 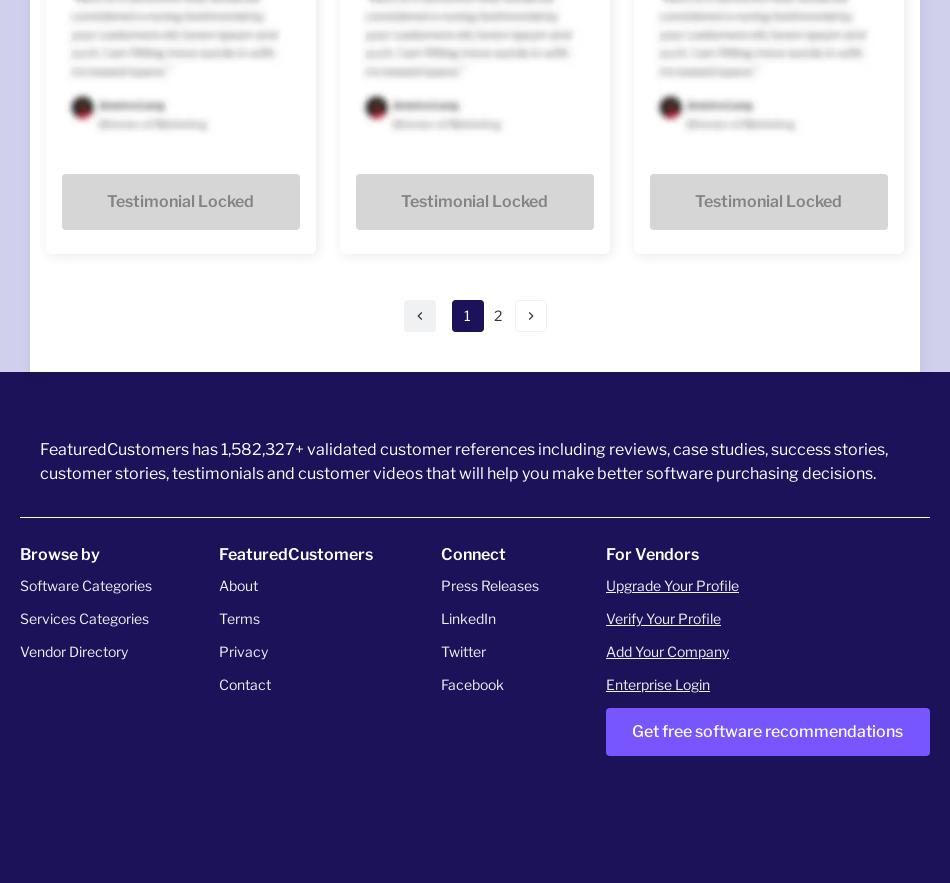 I want to click on 'Facebook', so click(x=470, y=683).